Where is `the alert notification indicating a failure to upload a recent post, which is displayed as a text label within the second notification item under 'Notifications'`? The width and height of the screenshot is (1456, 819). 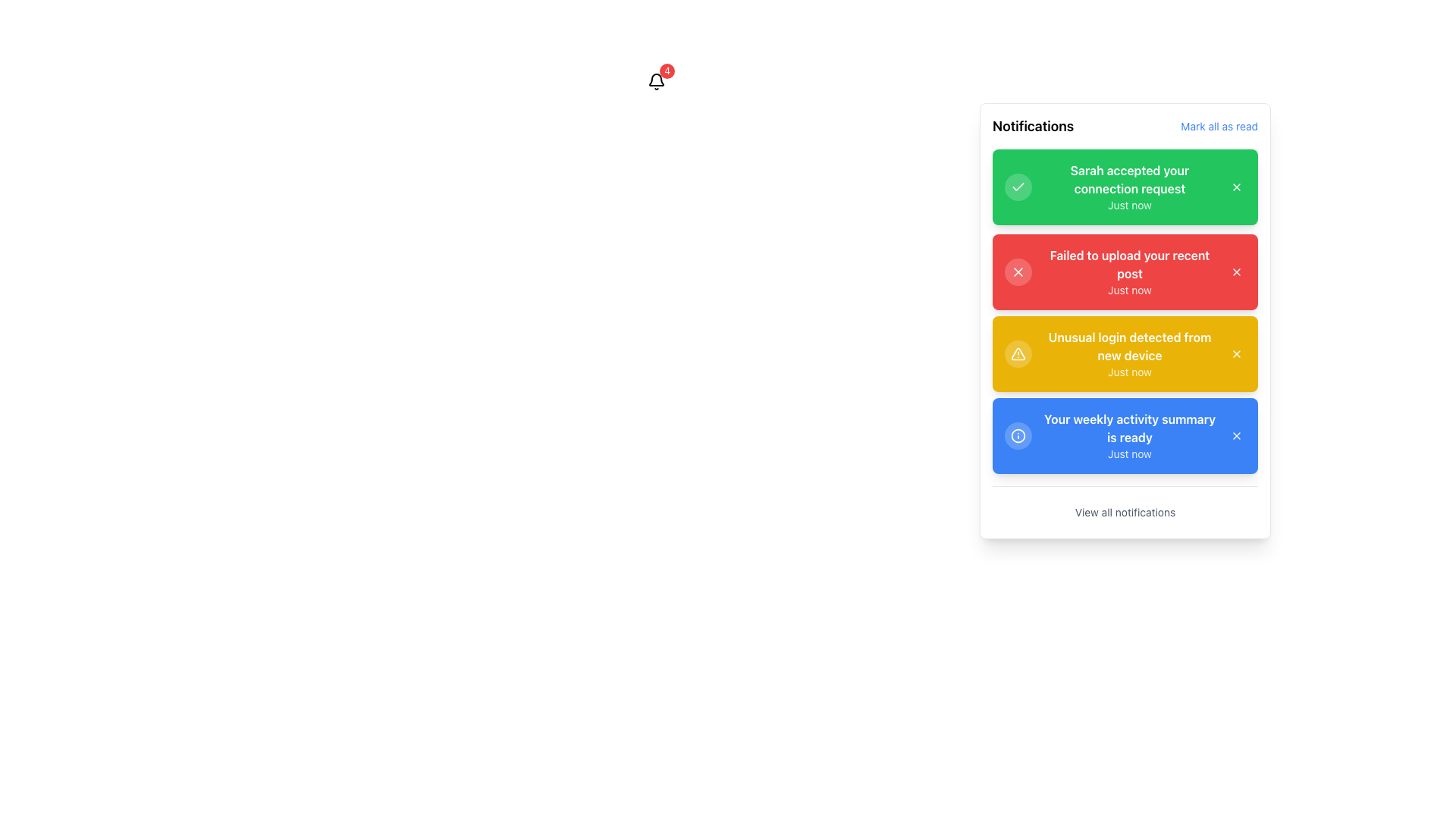 the alert notification indicating a failure to upload a recent post, which is displayed as a text label within the second notification item under 'Notifications' is located at coordinates (1129, 263).